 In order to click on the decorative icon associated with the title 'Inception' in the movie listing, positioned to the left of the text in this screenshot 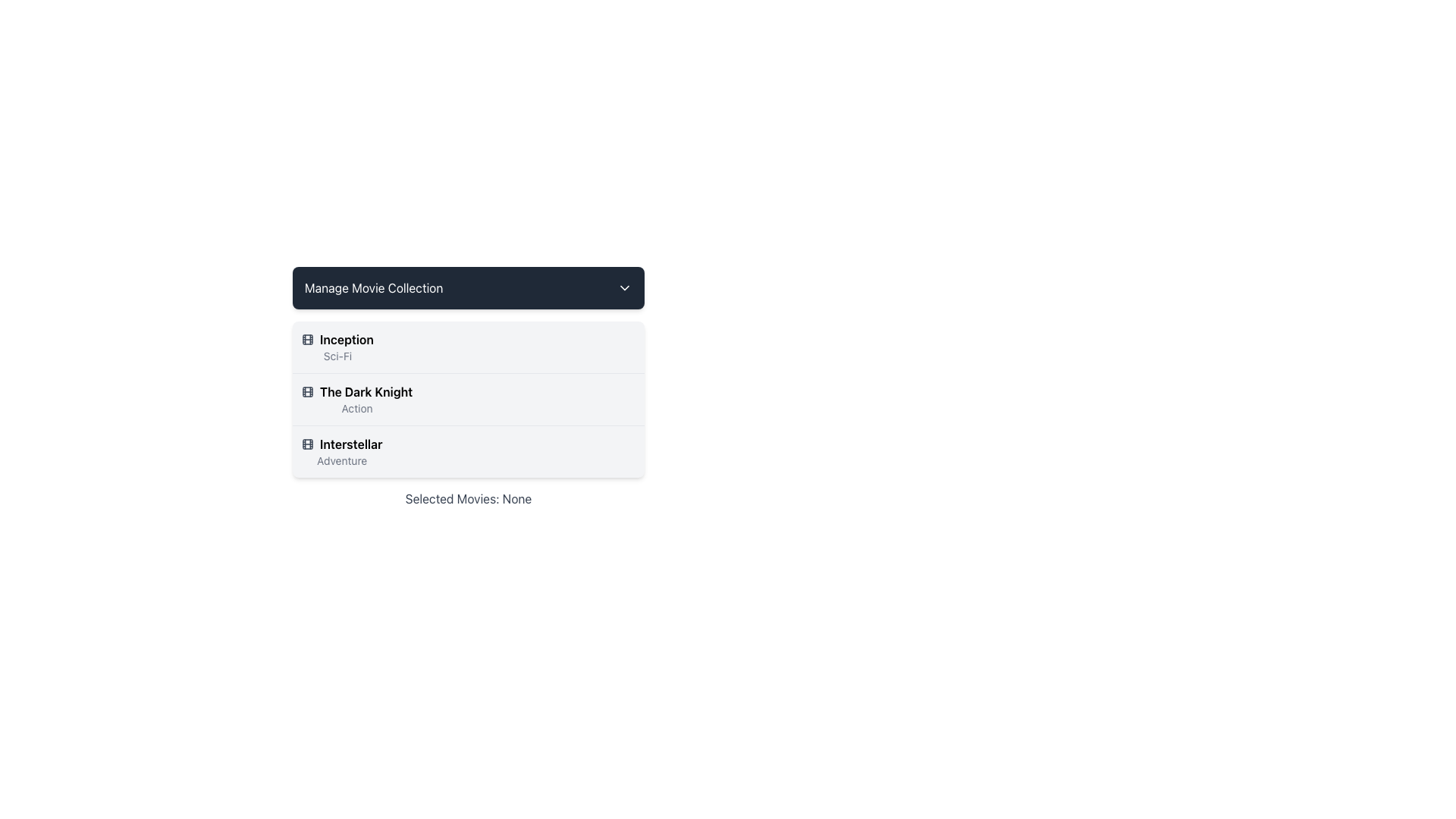, I will do `click(307, 338)`.